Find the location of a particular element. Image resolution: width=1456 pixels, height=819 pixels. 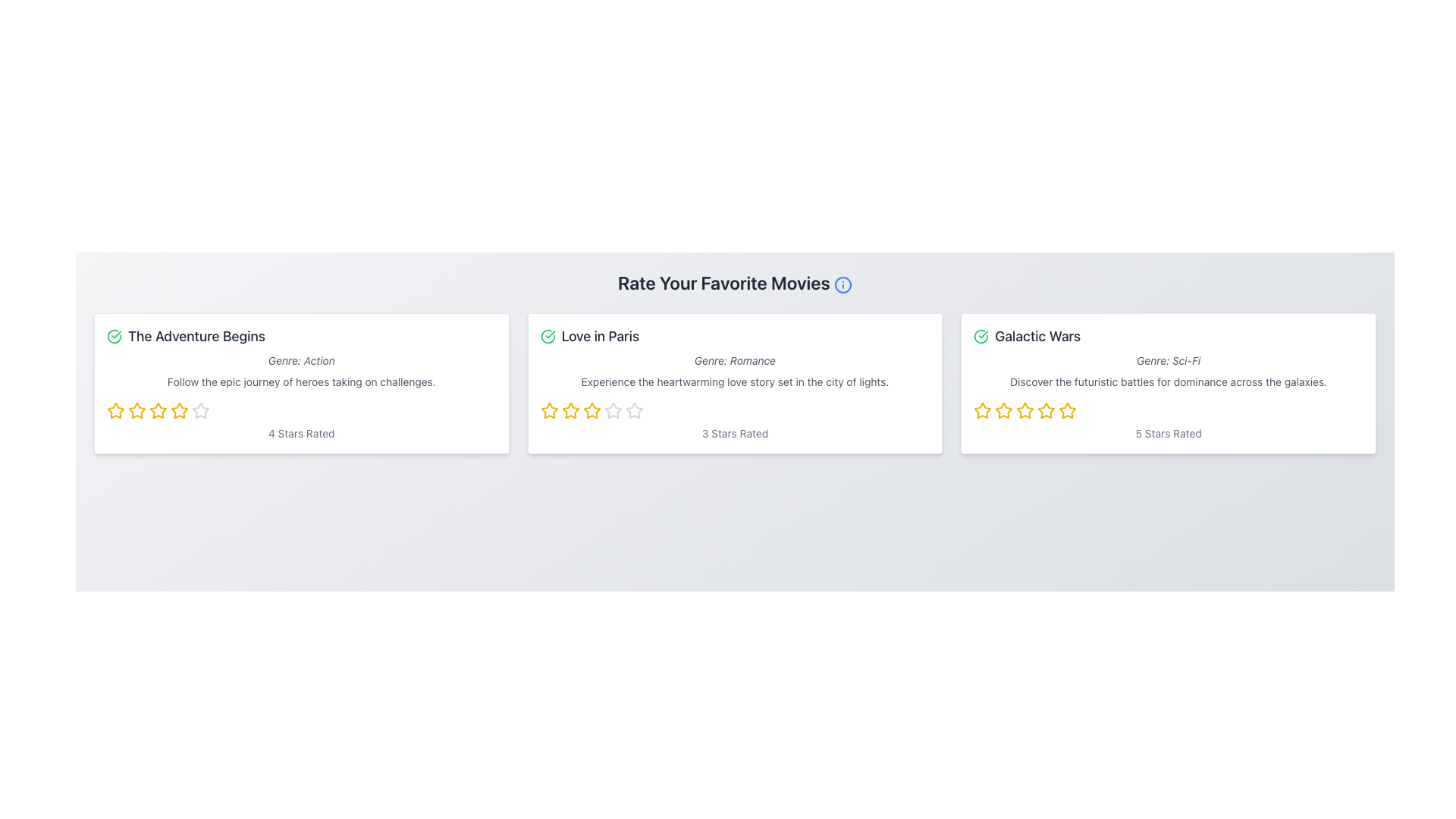

the state of the green outlined circular icon with a checkmark inside it, located to the left of the text 'Galactic Wars' is located at coordinates (981, 335).